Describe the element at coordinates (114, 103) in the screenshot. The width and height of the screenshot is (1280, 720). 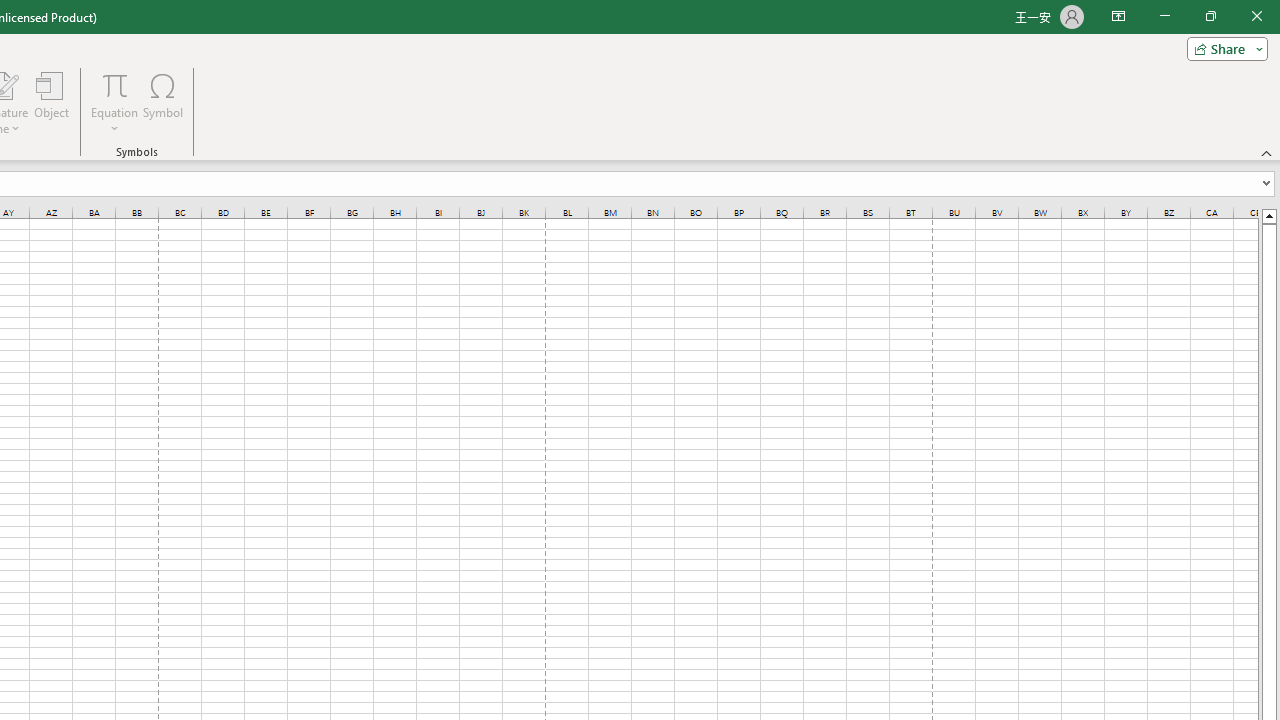
I see `'Equation'` at that location.